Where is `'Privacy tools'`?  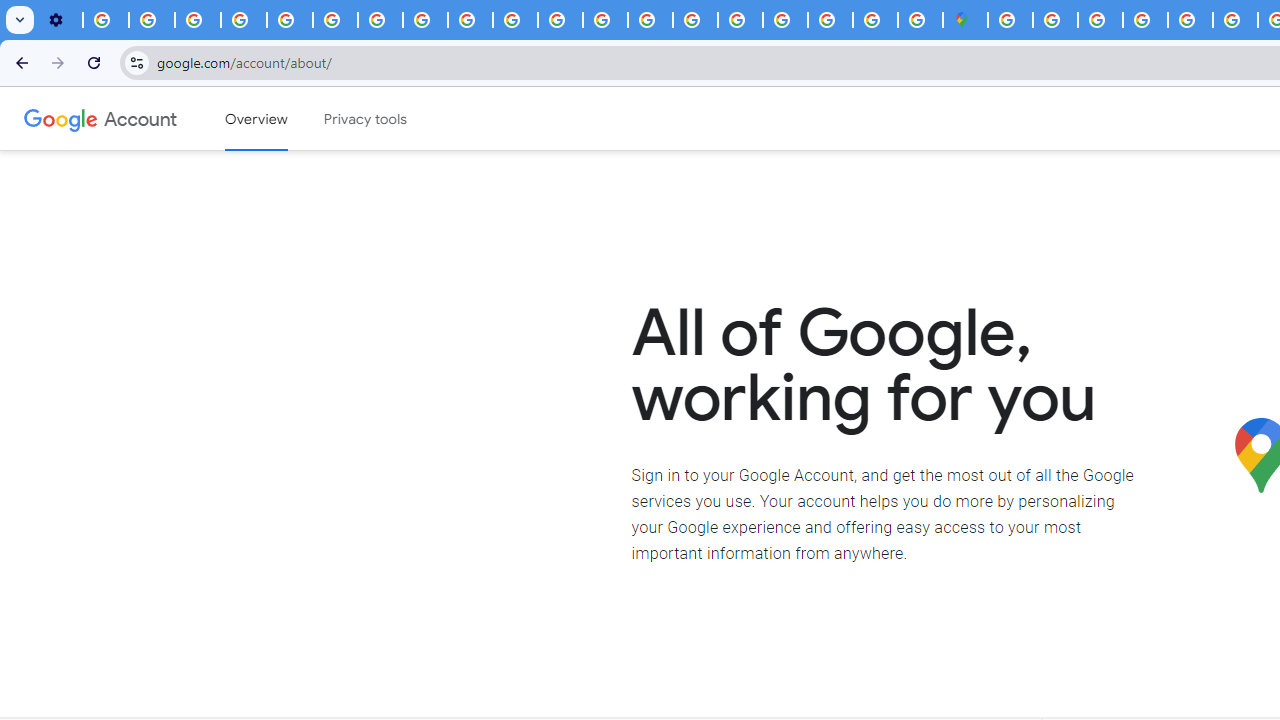 'Privacy tools' is located at coordinates (366, 119).